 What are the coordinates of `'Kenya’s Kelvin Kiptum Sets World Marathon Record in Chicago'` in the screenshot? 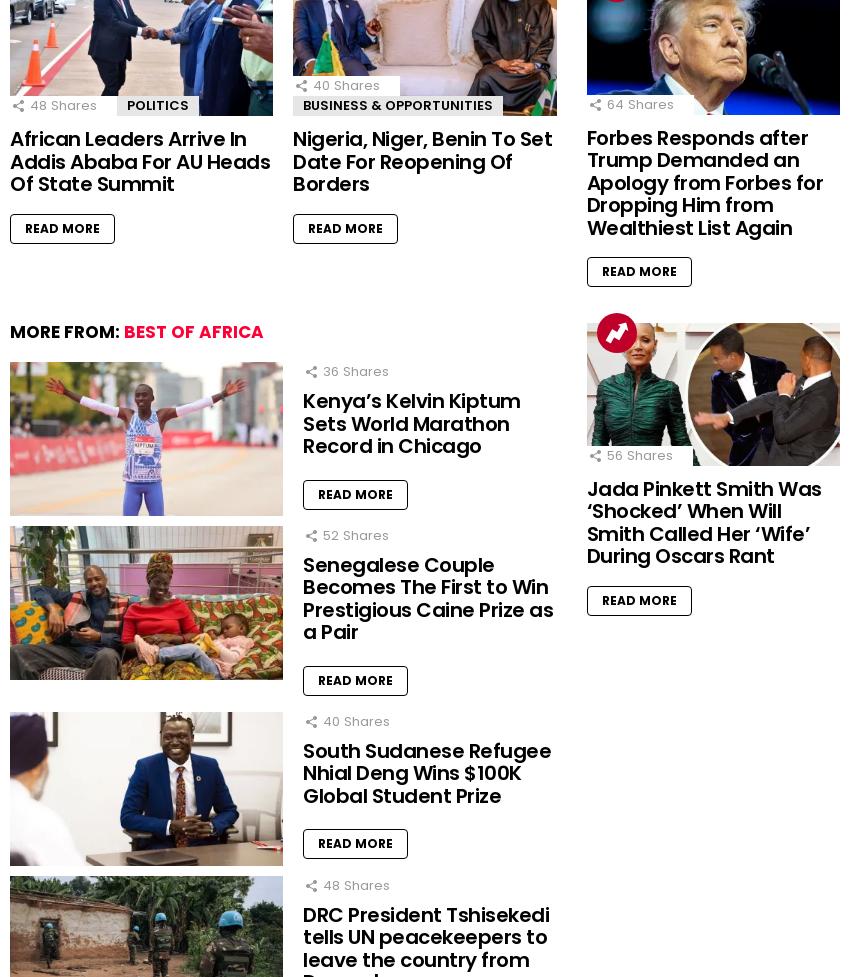 It's located at (303, 423).